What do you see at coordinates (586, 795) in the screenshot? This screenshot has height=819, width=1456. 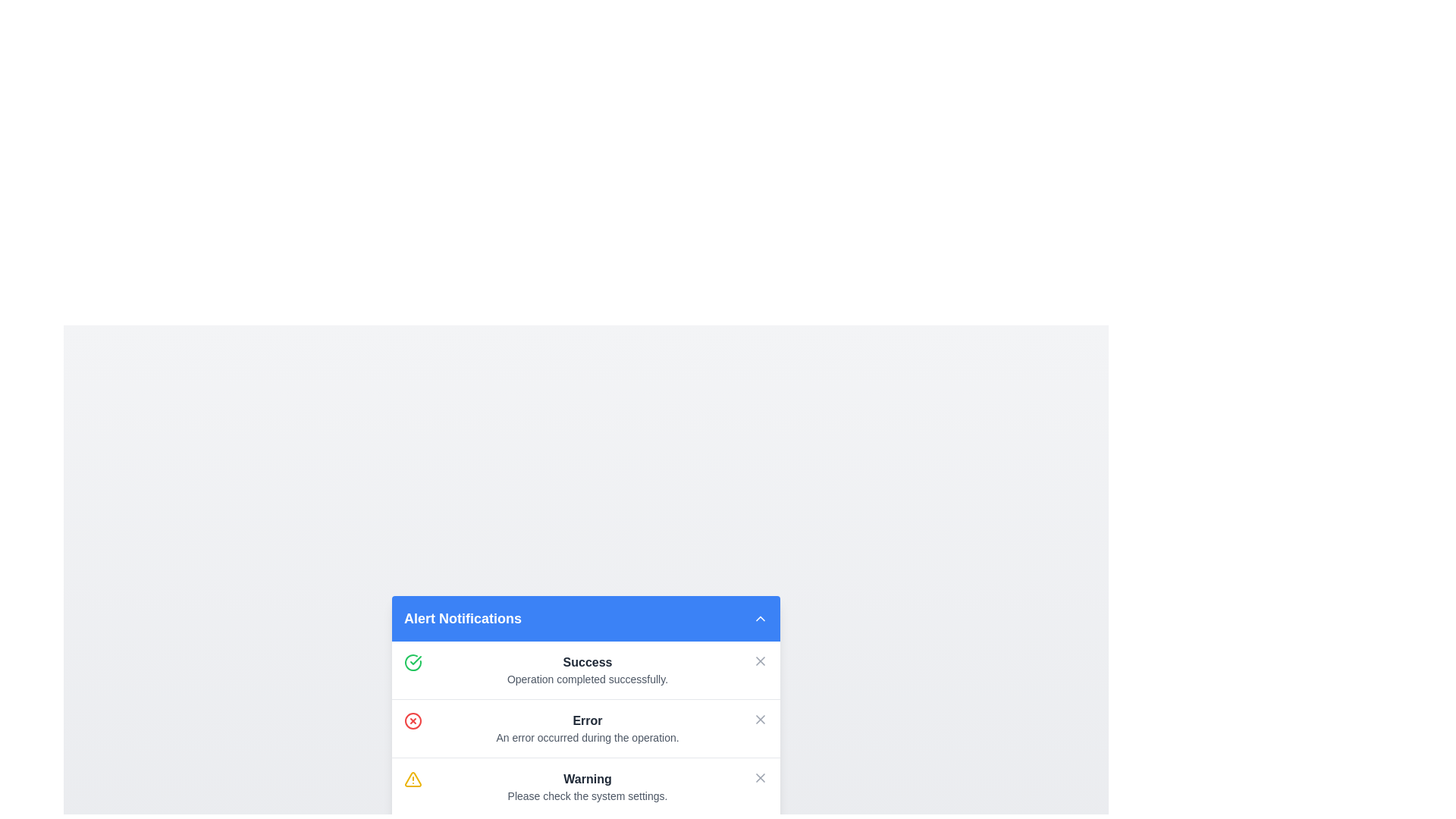 I see `the text element that contains 'Please check the system settings.' styled with a small, gray font located under the 'Warning' header in the 'Alert Notifications' panel` at bounding box center [586, 795].